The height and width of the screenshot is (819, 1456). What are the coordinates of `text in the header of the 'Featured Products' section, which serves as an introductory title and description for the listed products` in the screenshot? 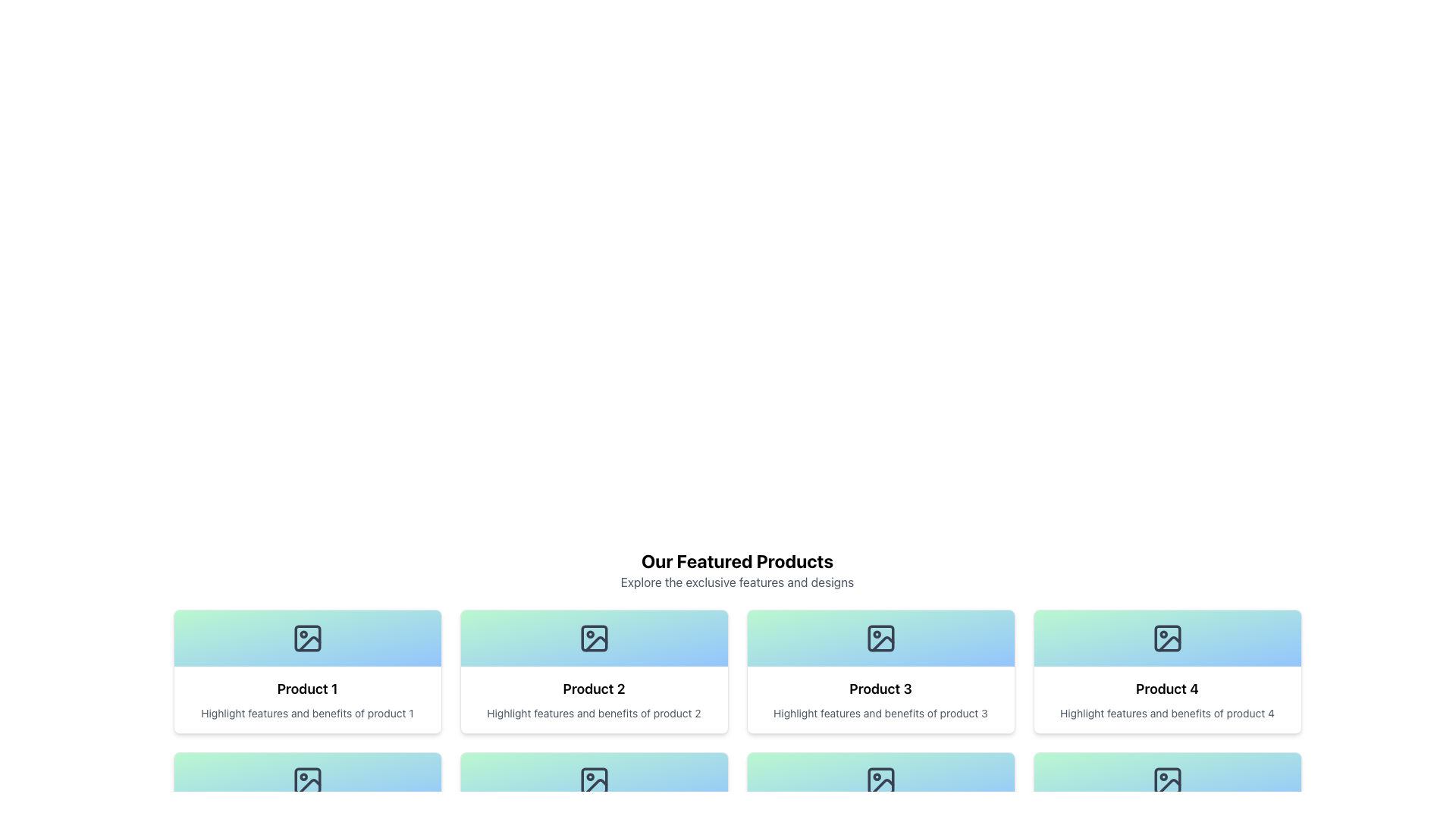 It's located at (737, 570).